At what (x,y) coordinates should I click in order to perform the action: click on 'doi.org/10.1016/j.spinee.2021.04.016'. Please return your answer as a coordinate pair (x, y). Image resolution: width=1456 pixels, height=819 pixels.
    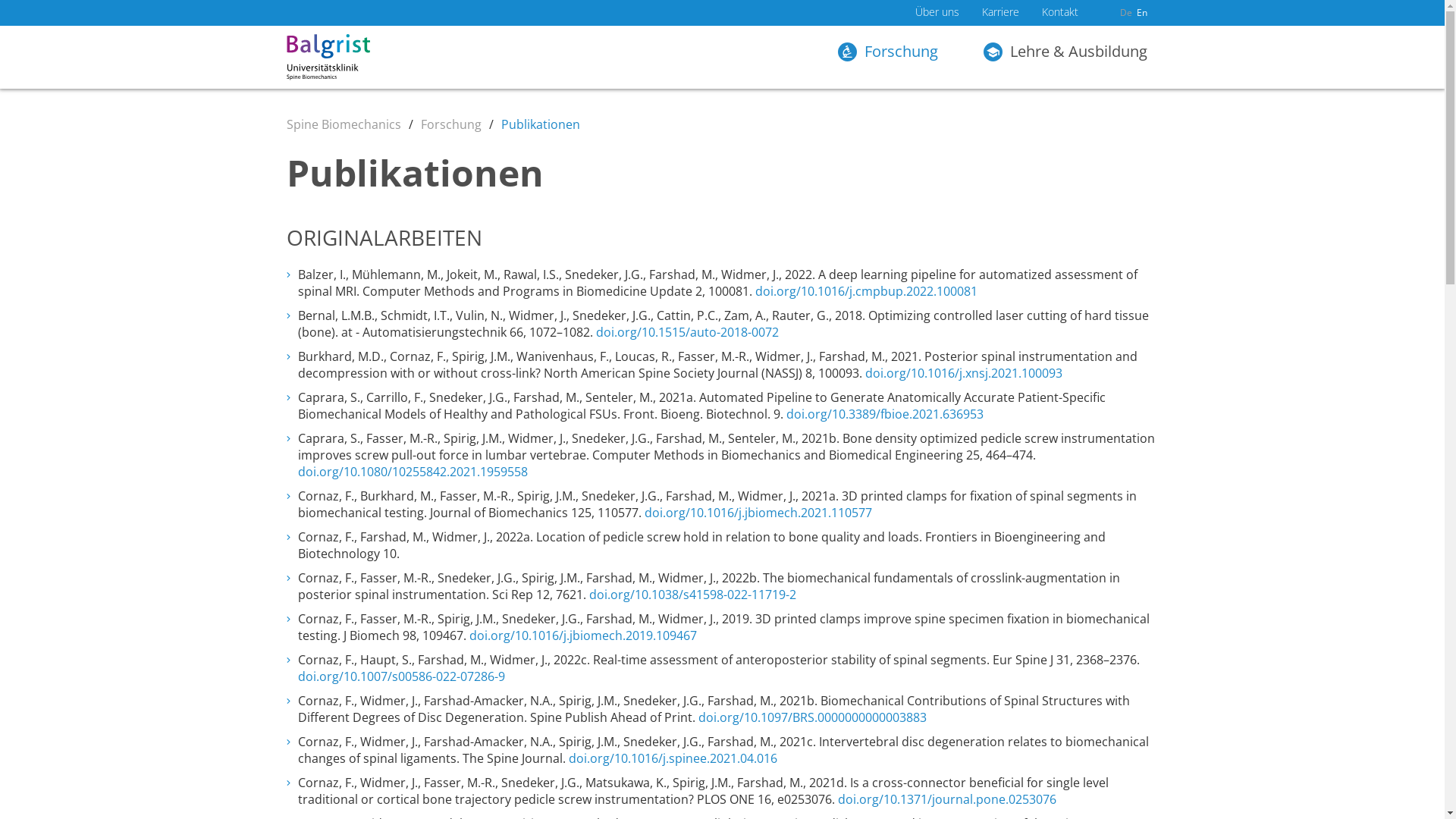
    Looking at the image, I should click on (672, 758).